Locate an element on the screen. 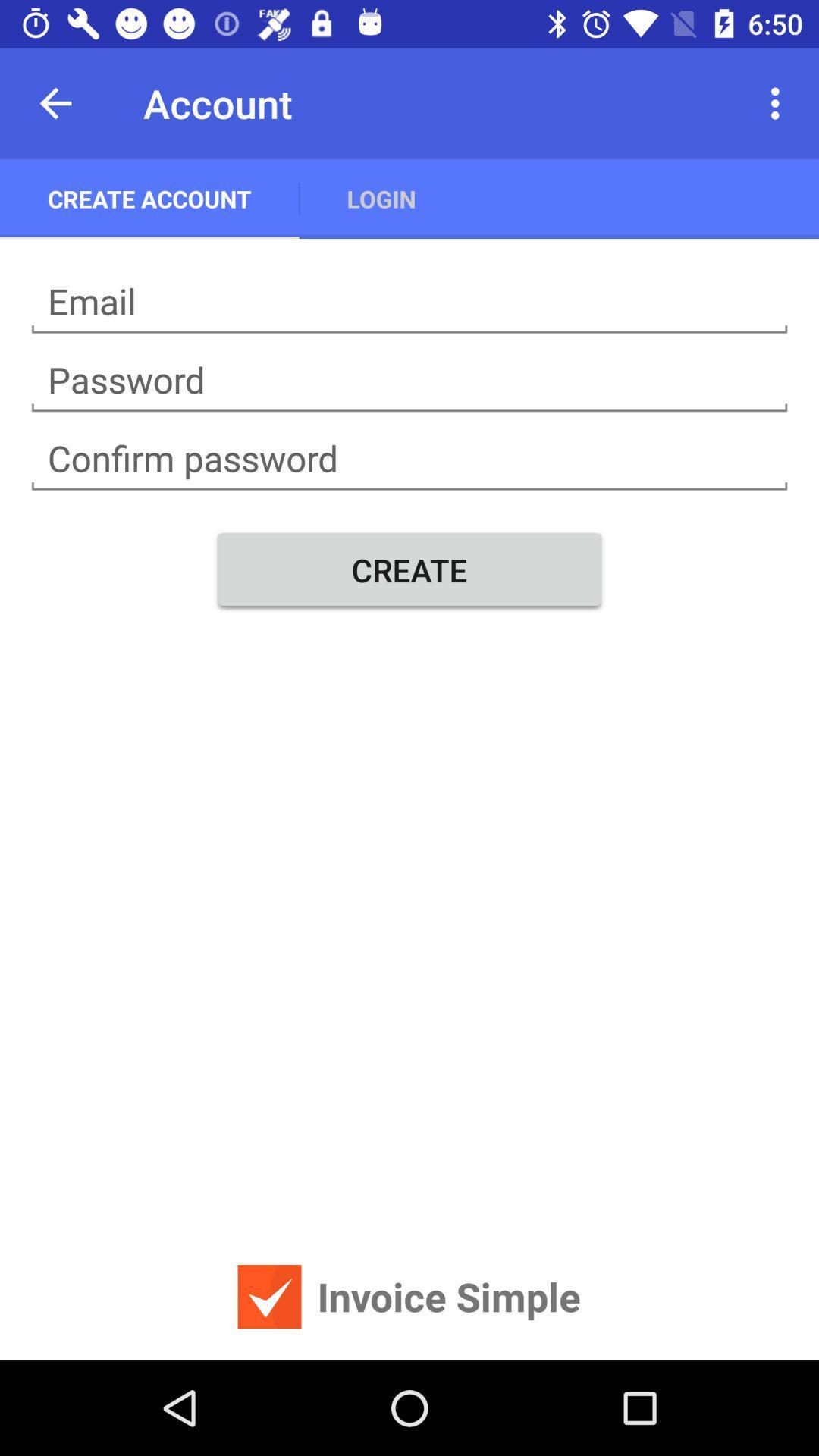 The height and width of the screenshot is (1456, 819). input password is located at coordinates (409, 458).